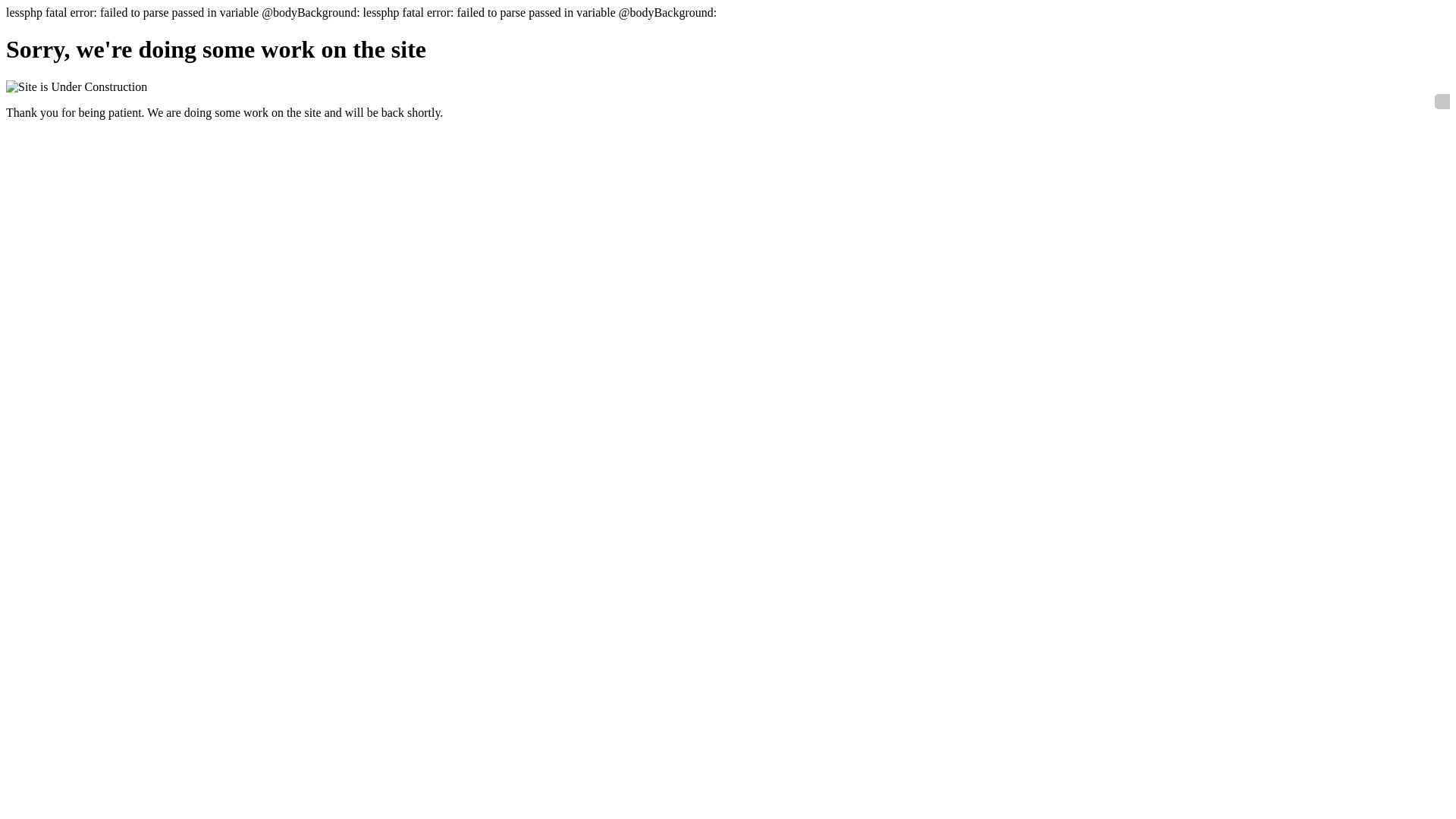 The width and height of the screenshot is (1456, 819). Describe the element at coordinates (75, 87) in the screenshot. I see `'Site is Under Construction'` at that location.